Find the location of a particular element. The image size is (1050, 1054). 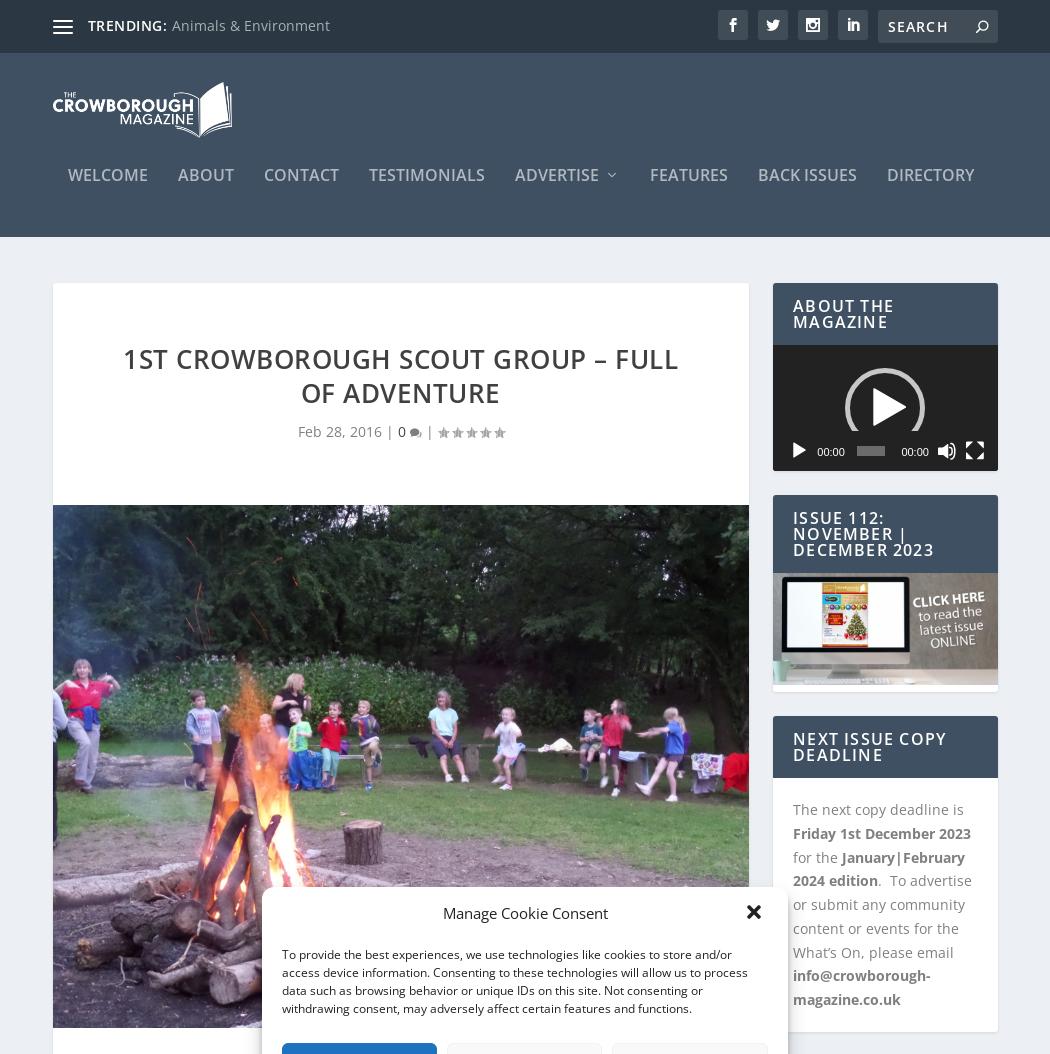

'Advertise' is located at coordinates (555, 183).